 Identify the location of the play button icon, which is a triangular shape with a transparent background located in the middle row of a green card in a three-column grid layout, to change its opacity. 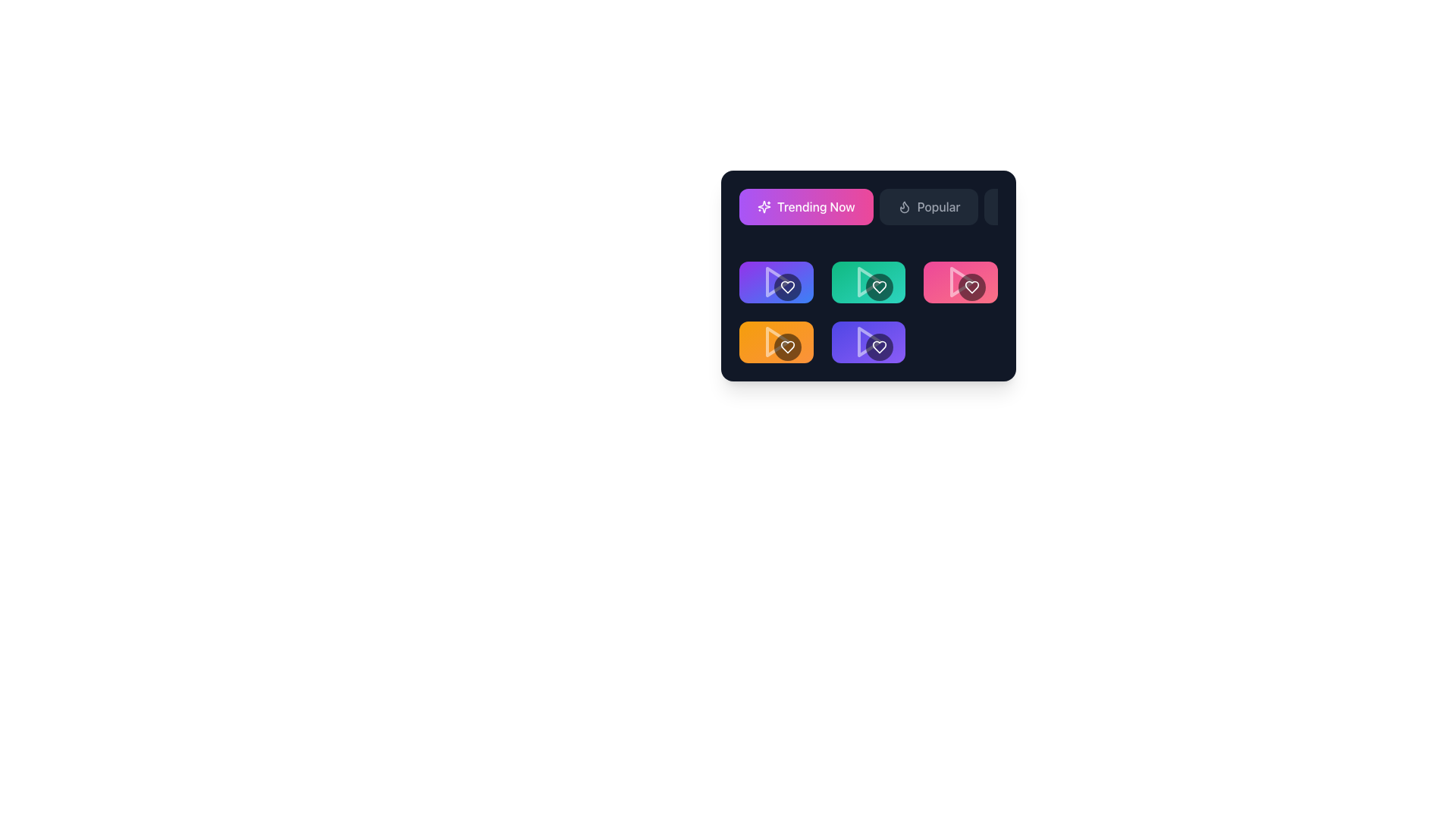
(868, 282).